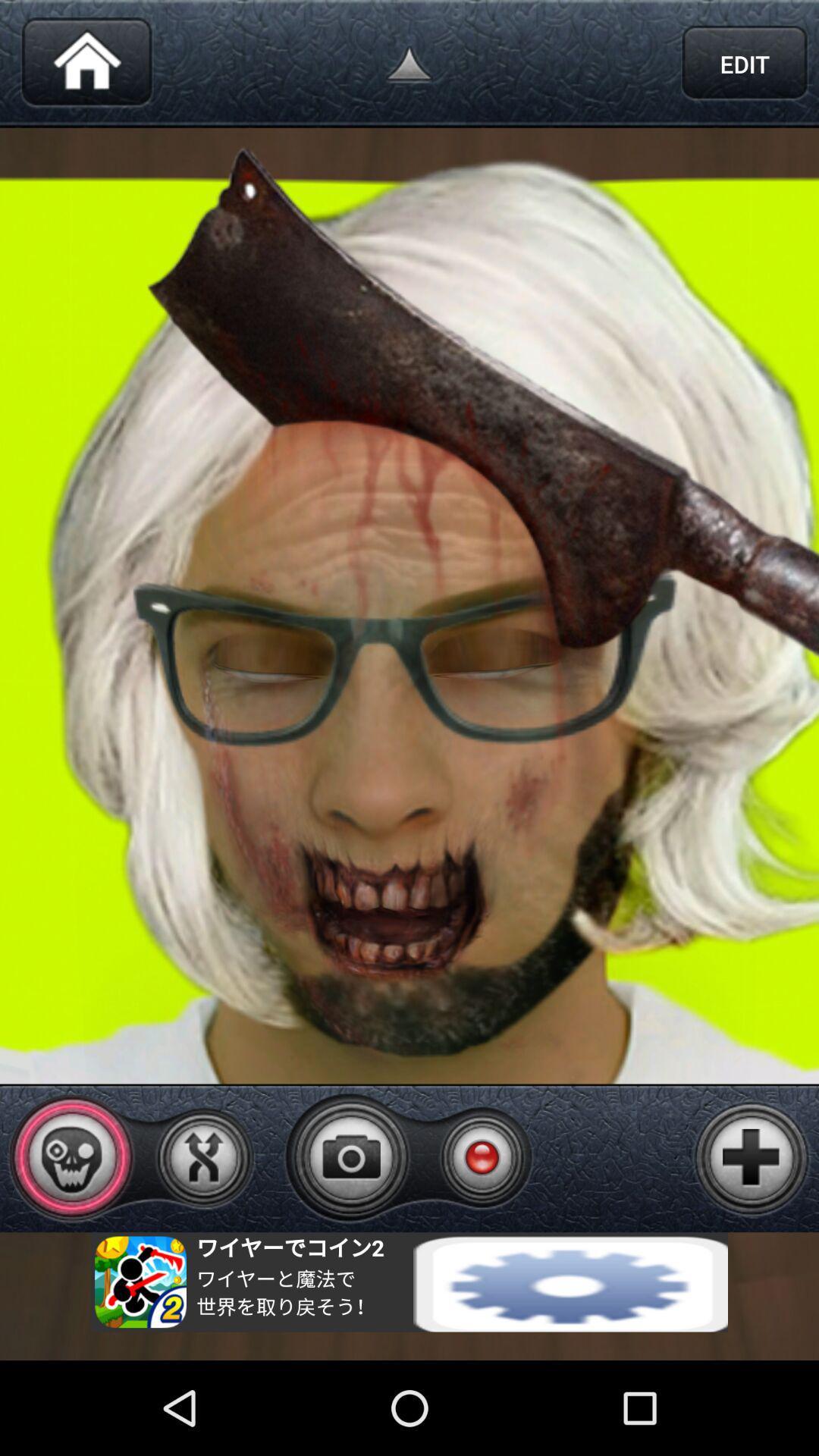 The image size is (819, 1456). I want to click on settings button, so click(409, 1281).